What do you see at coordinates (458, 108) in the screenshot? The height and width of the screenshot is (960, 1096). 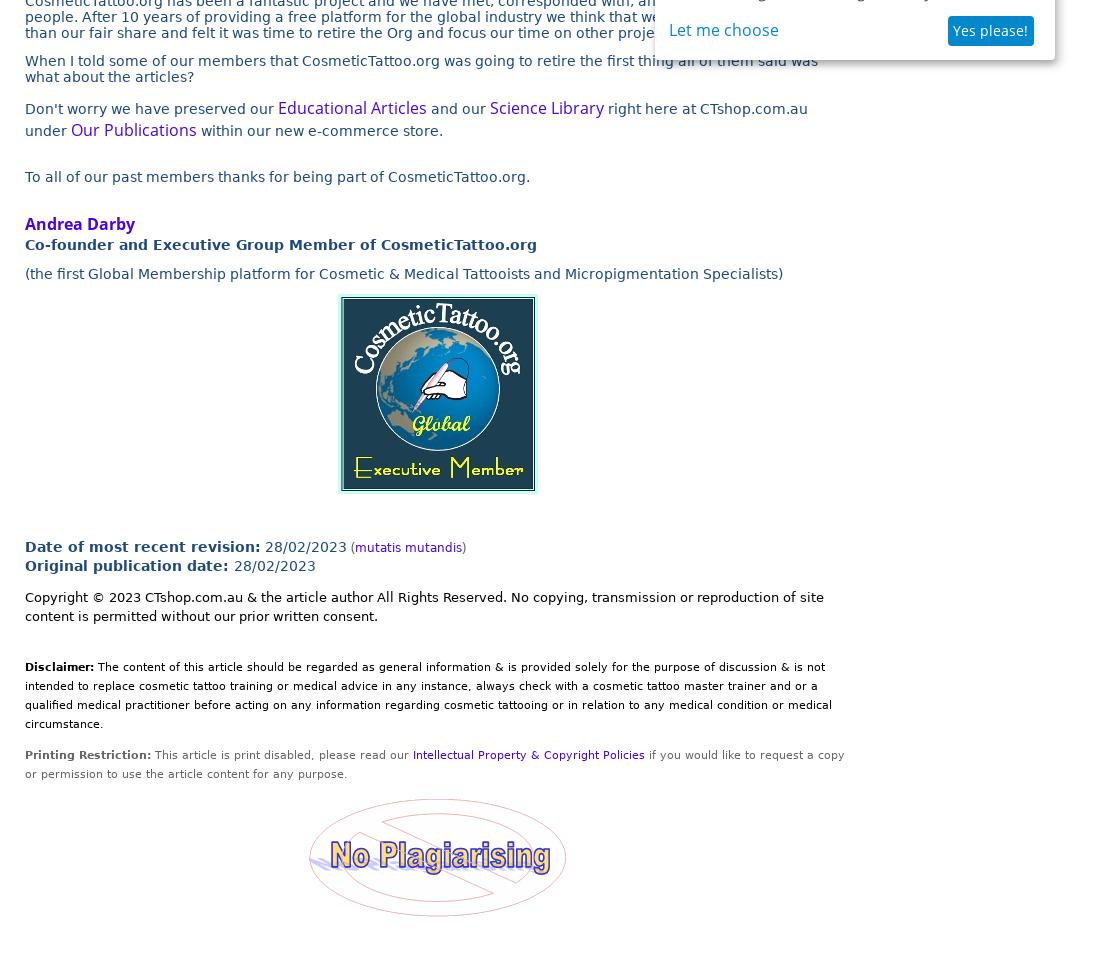 I see `'and our'` at bounding box center [458, 108].